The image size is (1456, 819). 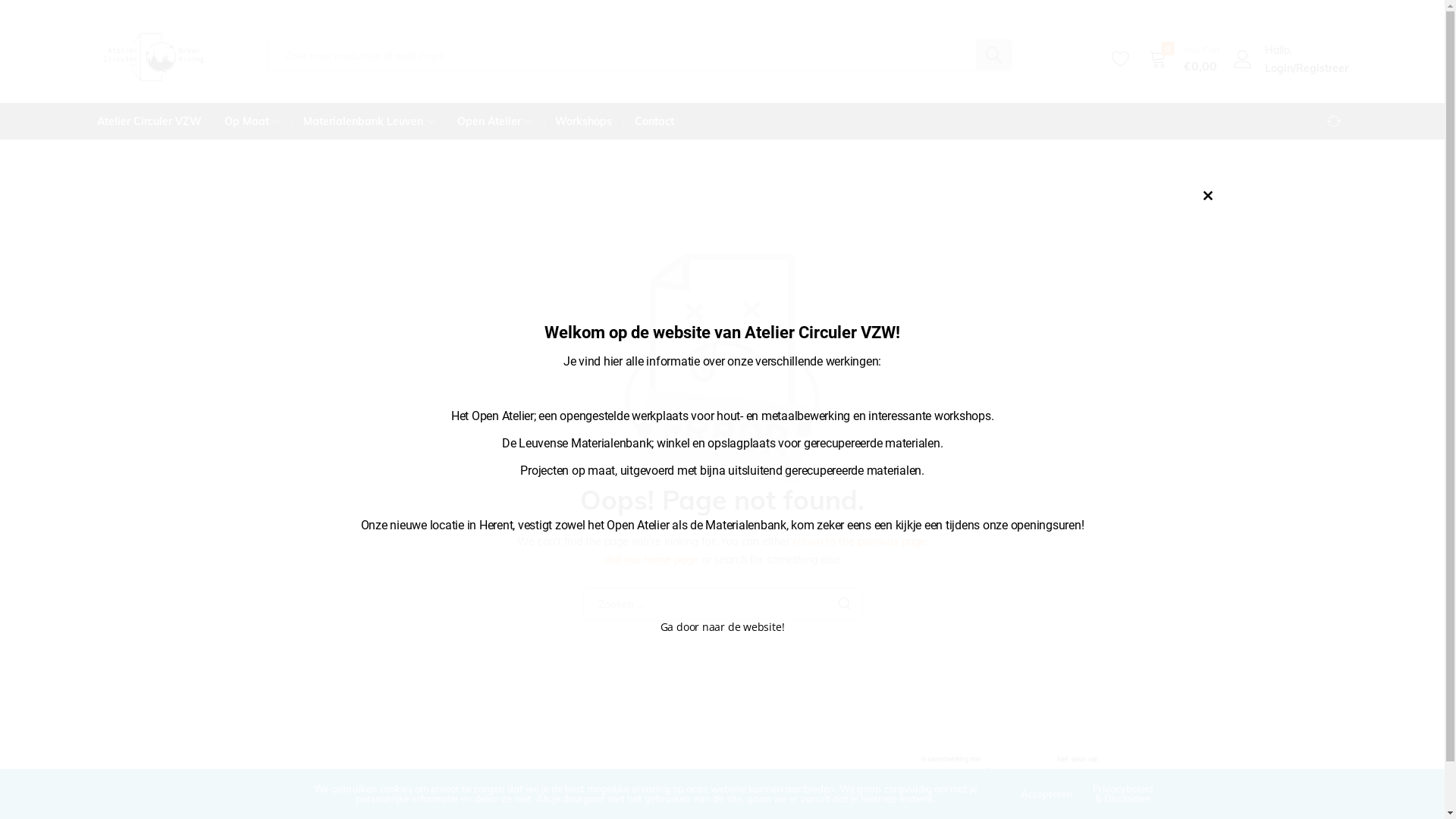 What do you see at coordinates (1231, 58) in the screenshot?
I see `'Hallo,` at bounding box center [1231, 58].